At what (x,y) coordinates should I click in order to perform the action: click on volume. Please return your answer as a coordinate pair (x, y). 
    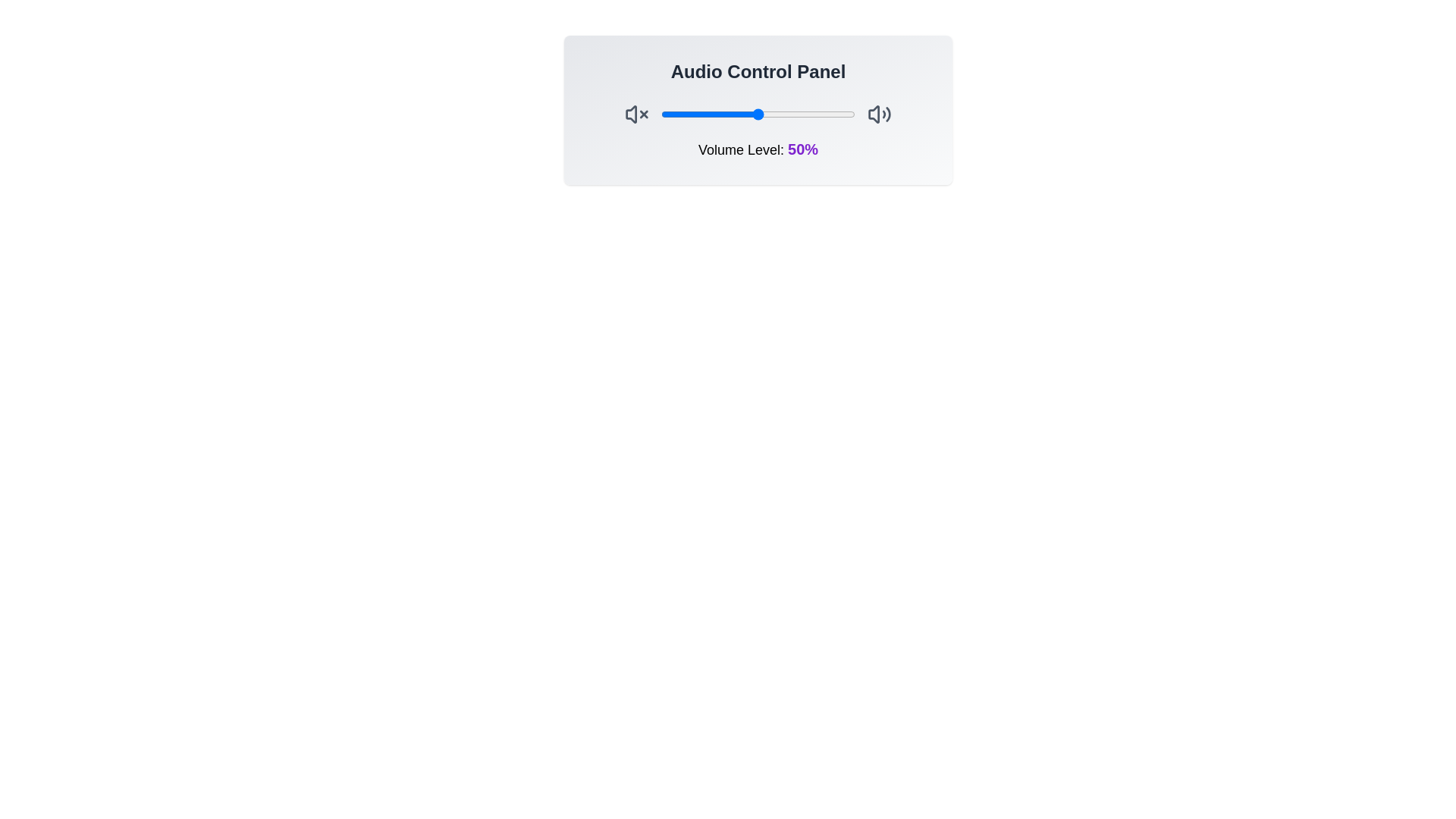
    Looking at the image, I should click on (831, 113).